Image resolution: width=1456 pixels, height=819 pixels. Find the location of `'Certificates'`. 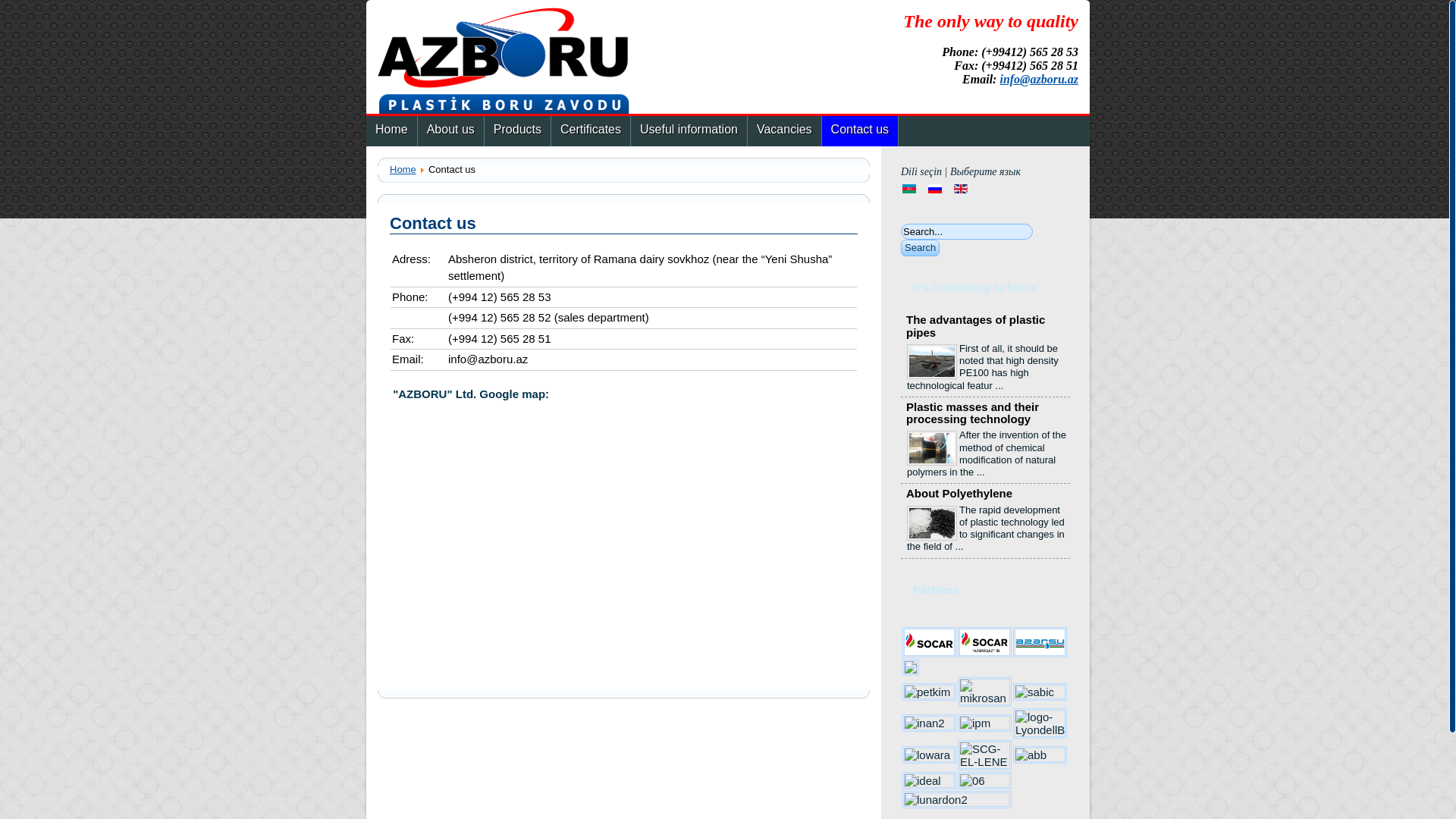

'Certificates' is located at coordinates (550, 130).